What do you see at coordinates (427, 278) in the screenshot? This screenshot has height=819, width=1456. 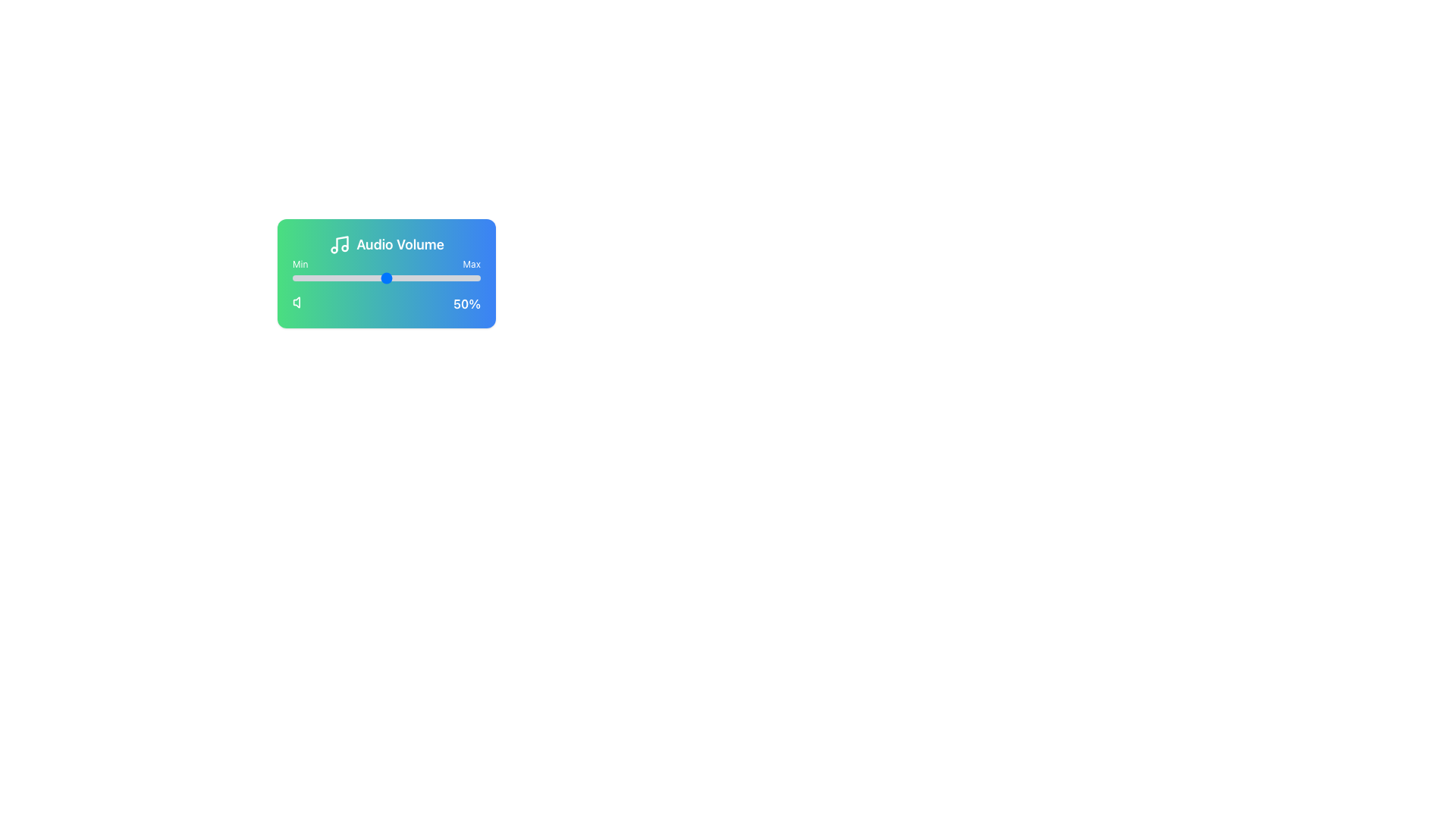 I see `the slider` at bounding box center [427, 278].